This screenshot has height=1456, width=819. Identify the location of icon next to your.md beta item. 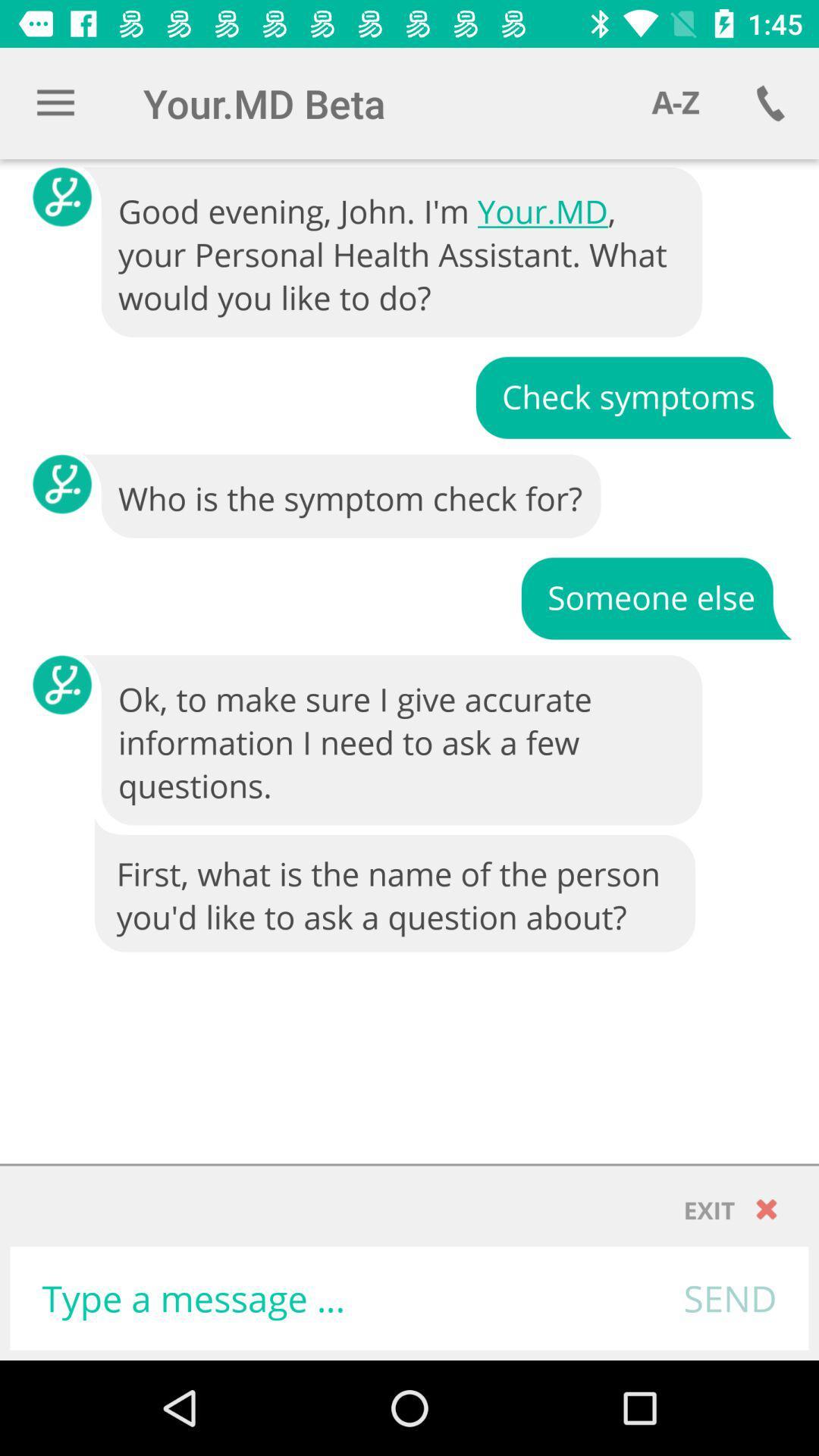
(675, 102).